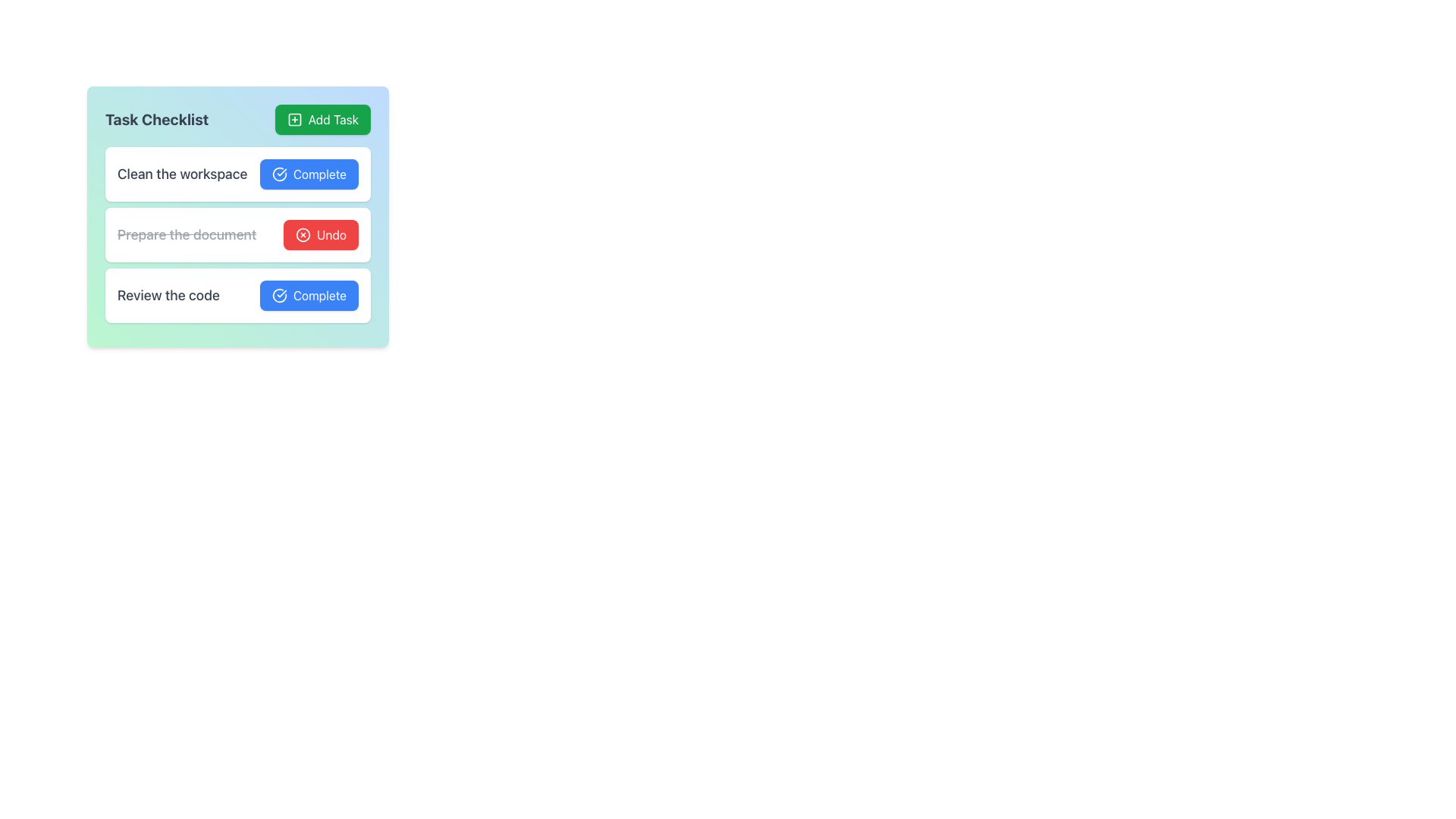  What do you see at coordinates (237, 234) in the screenshot?
I see `task text of the completed task entry labeled 'Prepare the document' located in the second position of the task checklist` at bounding box center [237, 234].